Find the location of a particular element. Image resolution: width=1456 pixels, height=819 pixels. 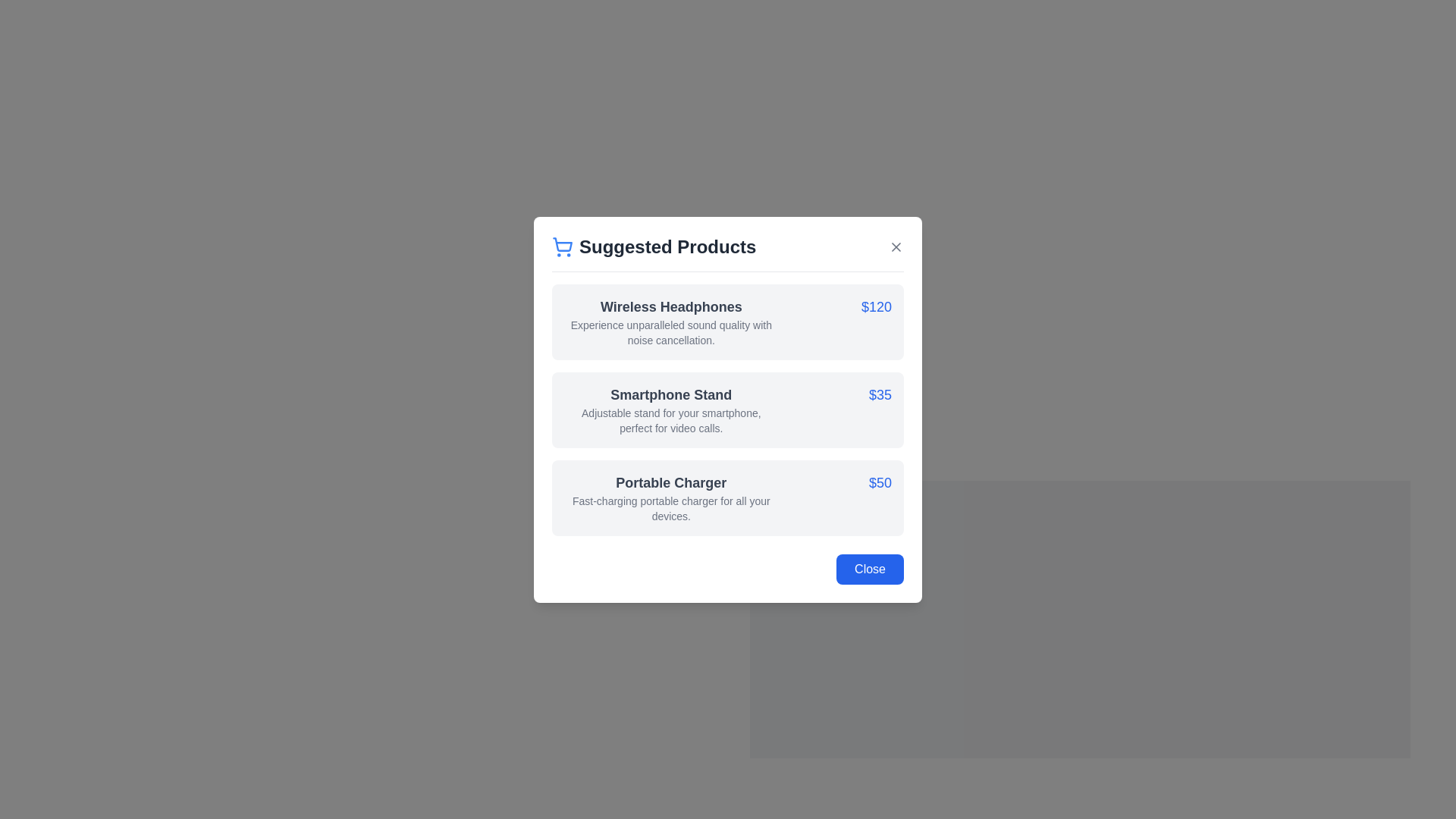

the 'Portable Charger' product card, which is the third item in the 'Suggested Products' modal, featuring a bold title, a description, and a prominent blue price is located at coordinates (728, 497).